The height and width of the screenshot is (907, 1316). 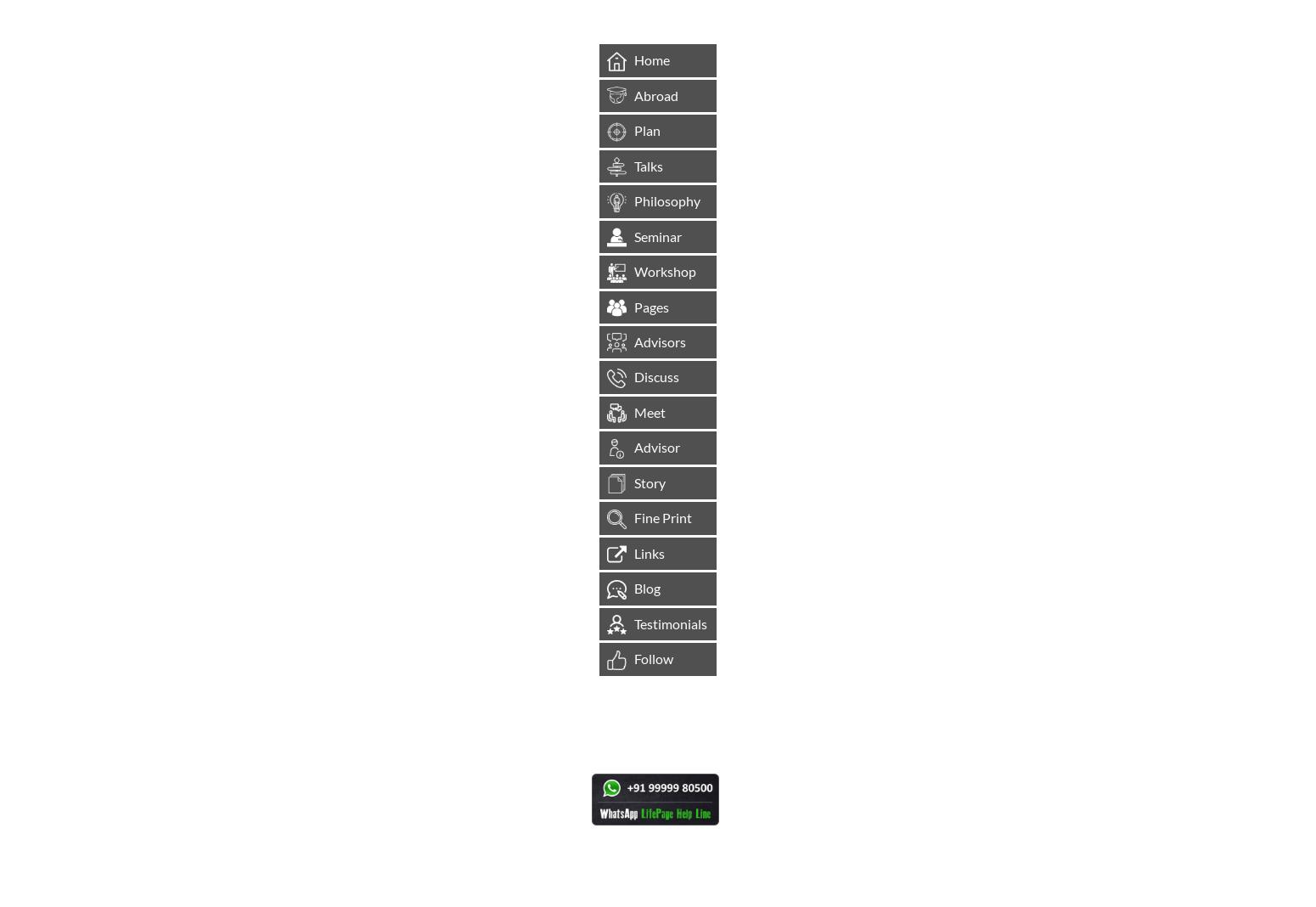 I want to click on 'Advisors', so click(x=659, y=341).